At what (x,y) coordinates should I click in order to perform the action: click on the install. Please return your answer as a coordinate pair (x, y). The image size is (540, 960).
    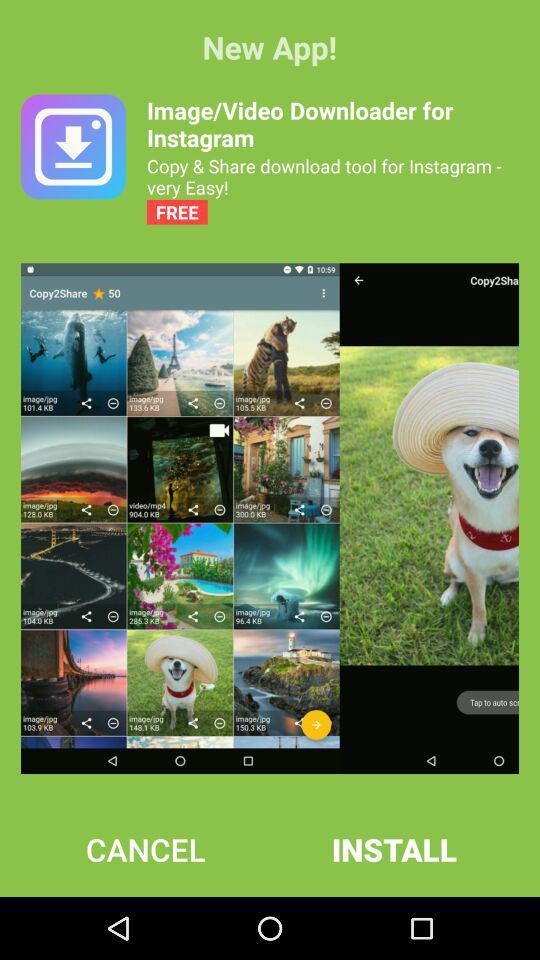
    Looking at the image, I should click on (394, 848).